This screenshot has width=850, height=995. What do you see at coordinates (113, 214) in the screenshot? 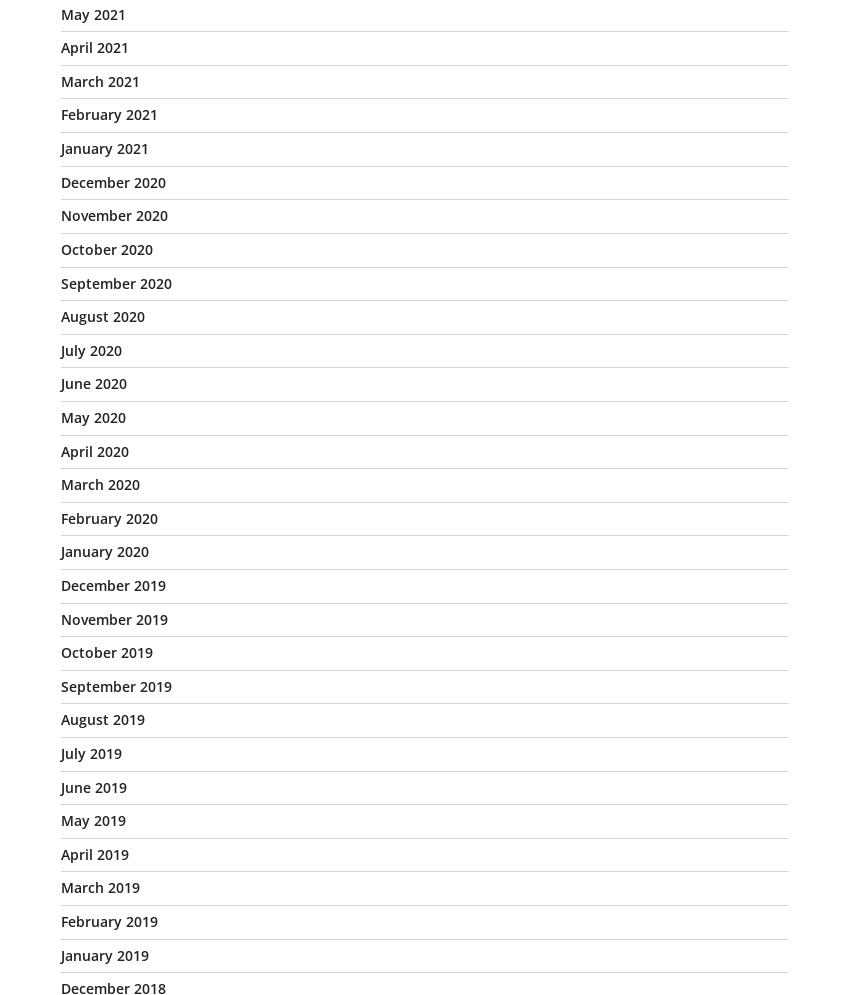
I see `'November 2020'` at bounding box center [113, 214].